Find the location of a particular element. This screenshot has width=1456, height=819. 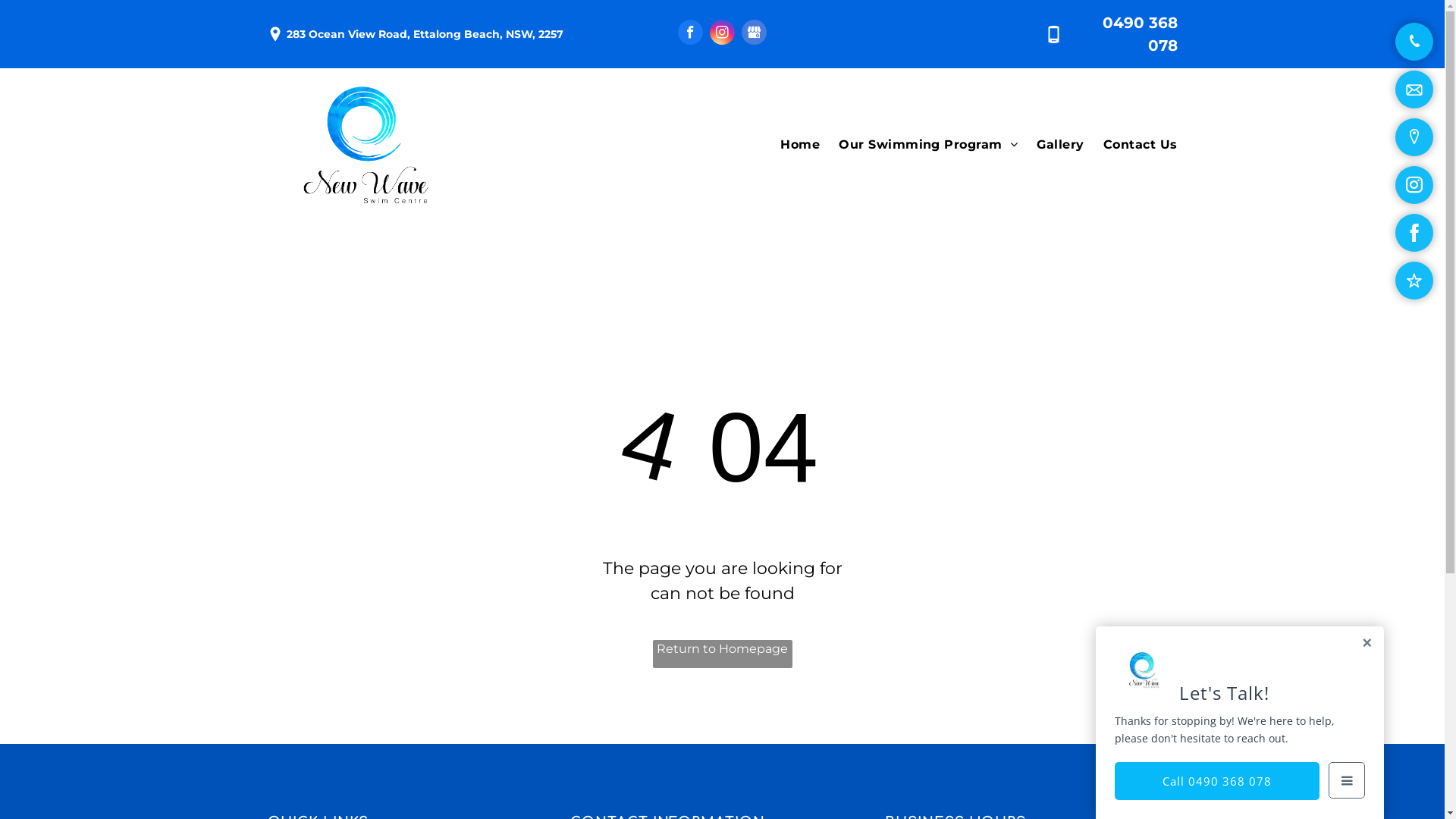

'Gallery' is located at coordinates (1050, 145).